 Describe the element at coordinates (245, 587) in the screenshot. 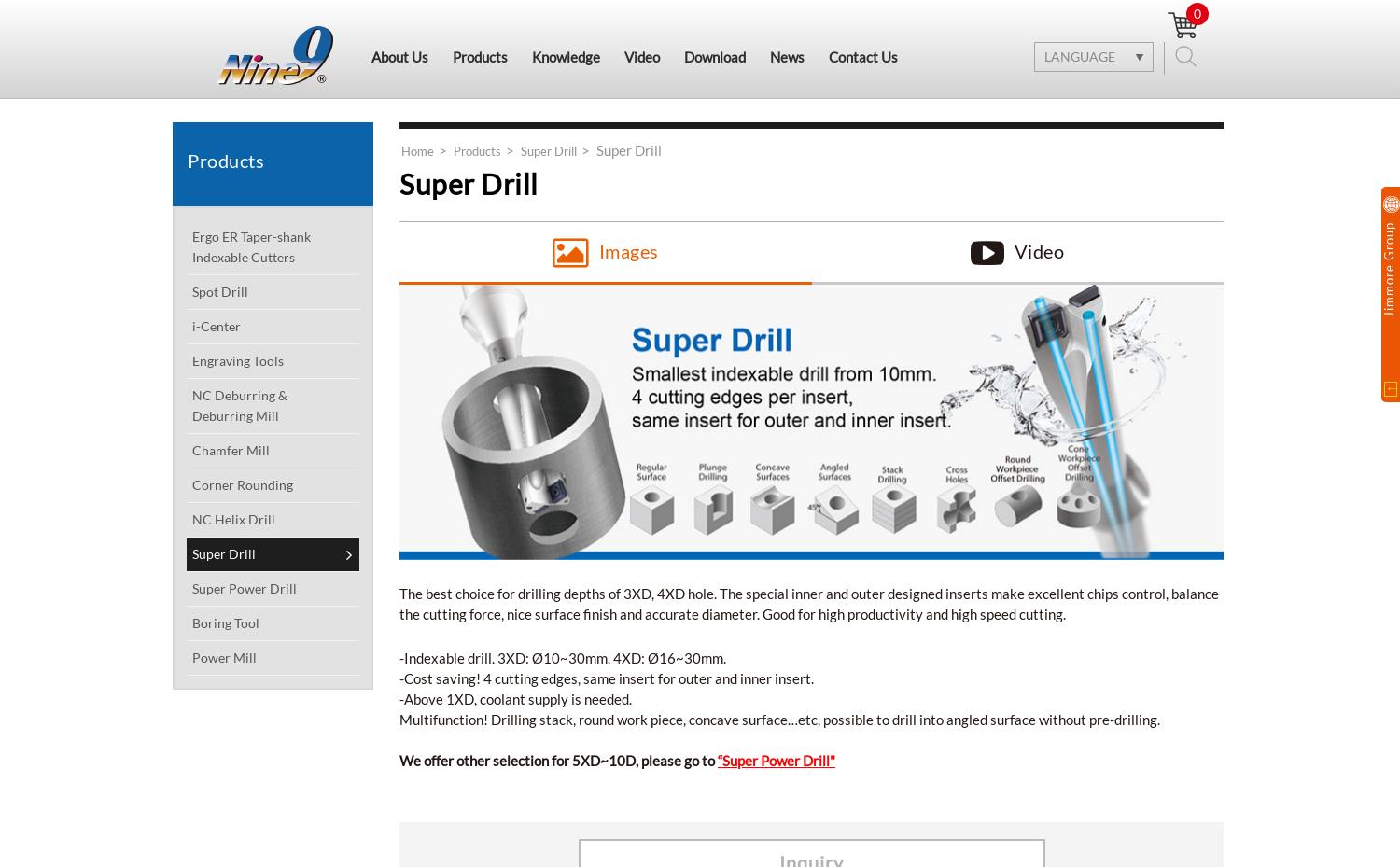

I see `'Super Power Drill'` at that location.